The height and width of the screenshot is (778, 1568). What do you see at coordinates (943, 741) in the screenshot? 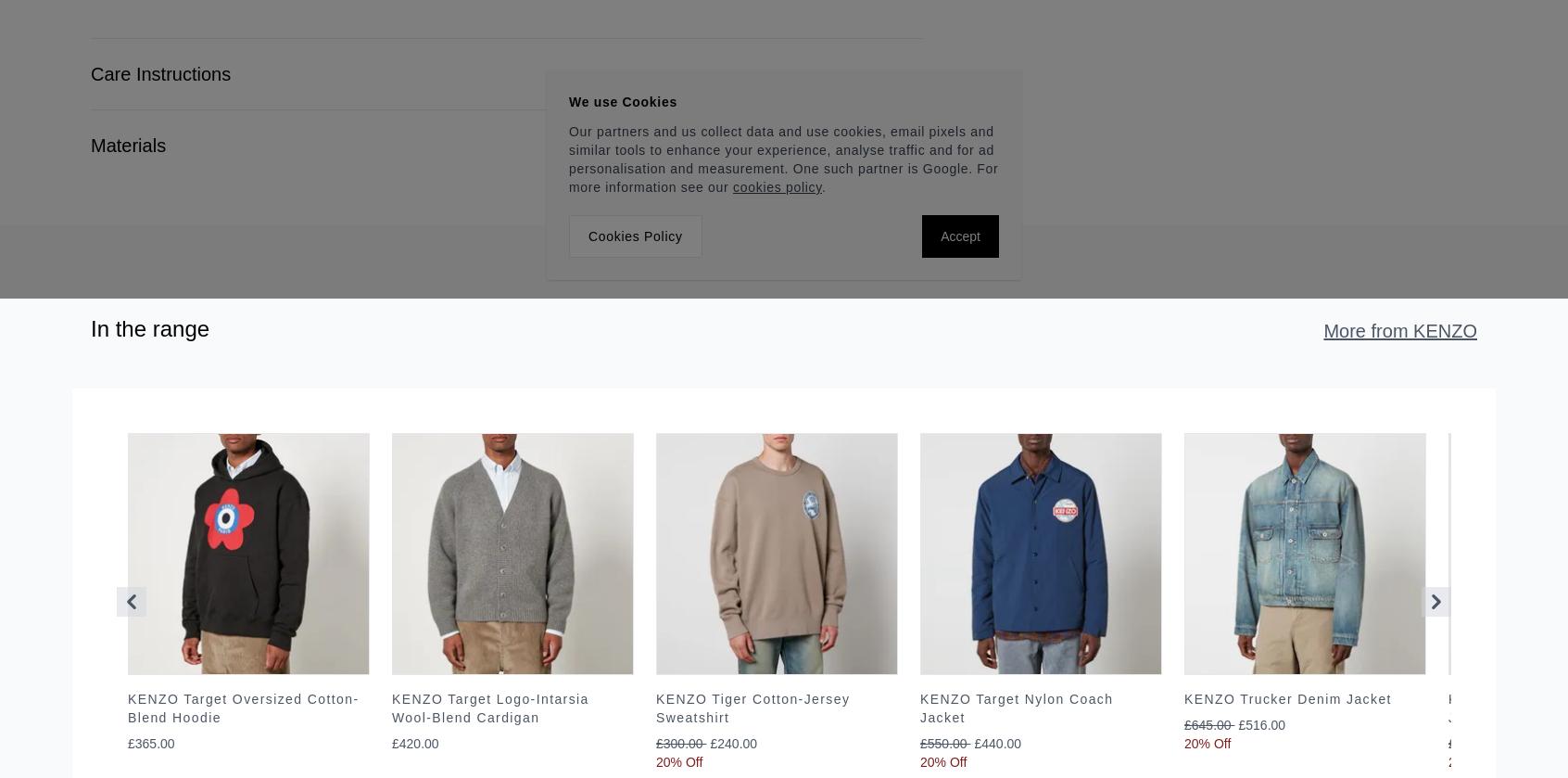
I see `'£550.00'` at bounding box center [943, 741].